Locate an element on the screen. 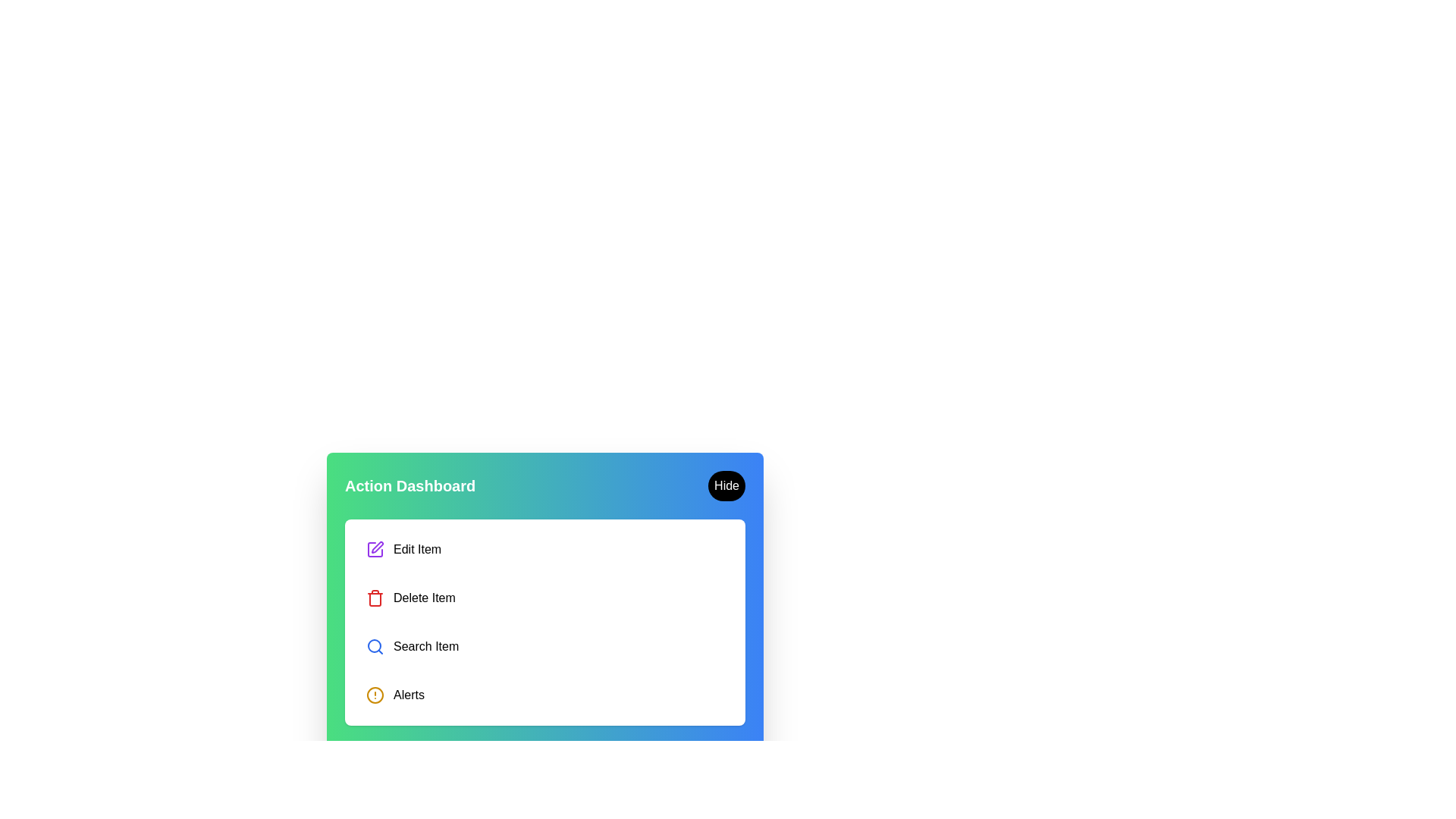 Image resolution: width=1456 pixels, height=819 pixels. the button in the top-right corner of the 'Action Dashboard' to hide the dashboard panel is located at coordinates (726, 485).